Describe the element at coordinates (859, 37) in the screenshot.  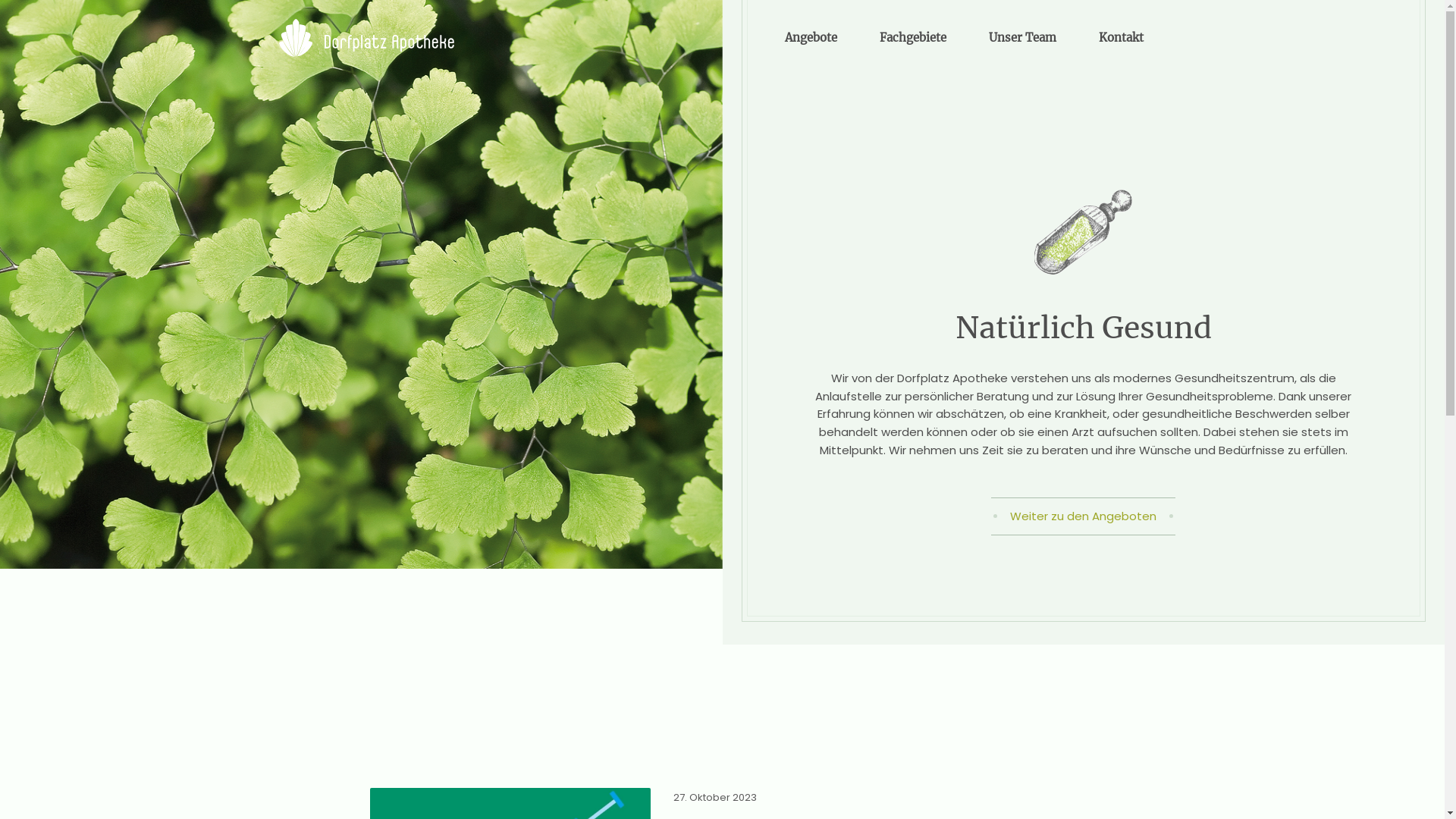
I see `'Fachgebiete'` at that location.